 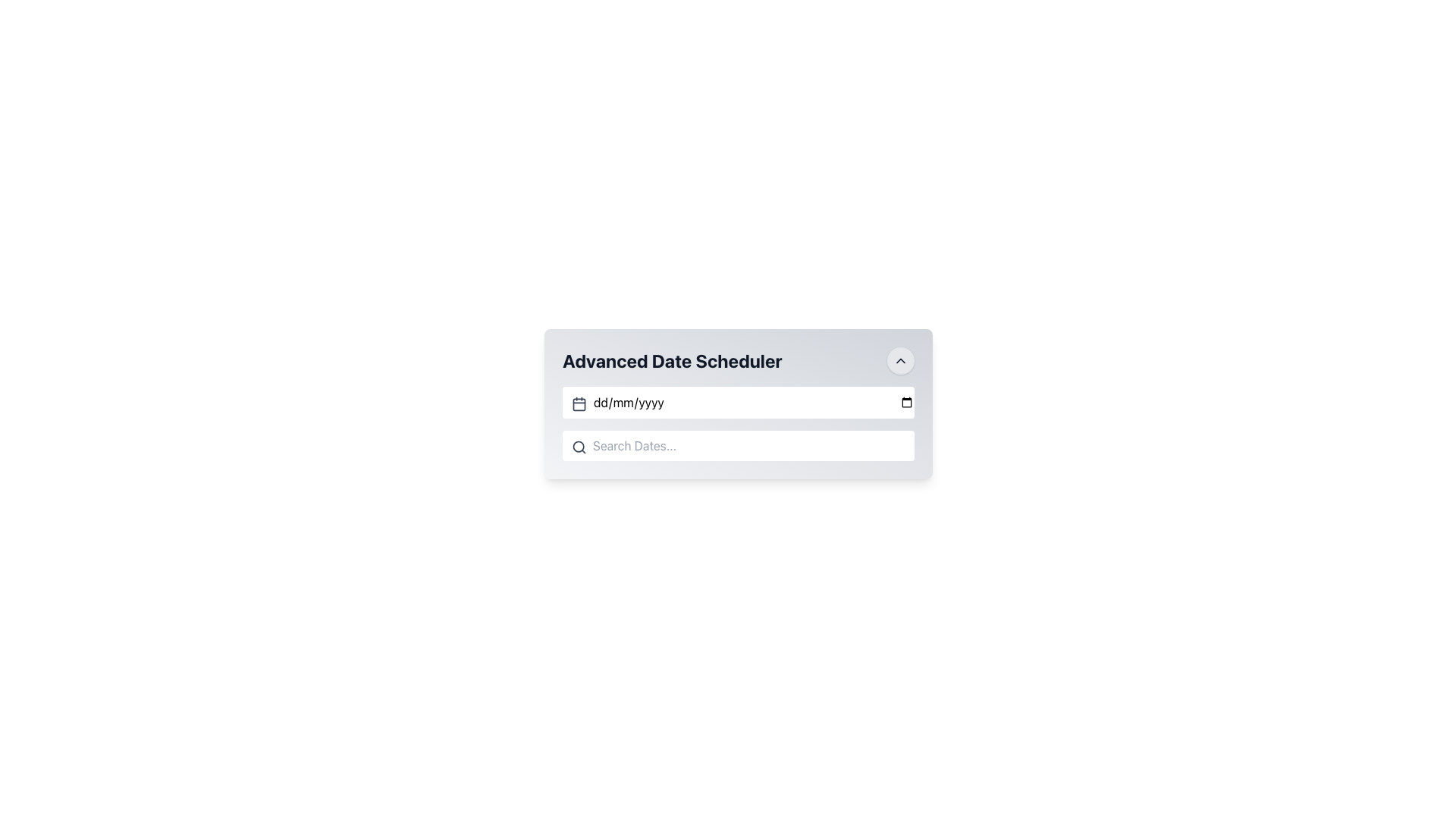 I want to click on the calendar icon within the date picker input field, so click(x=578, y=403).